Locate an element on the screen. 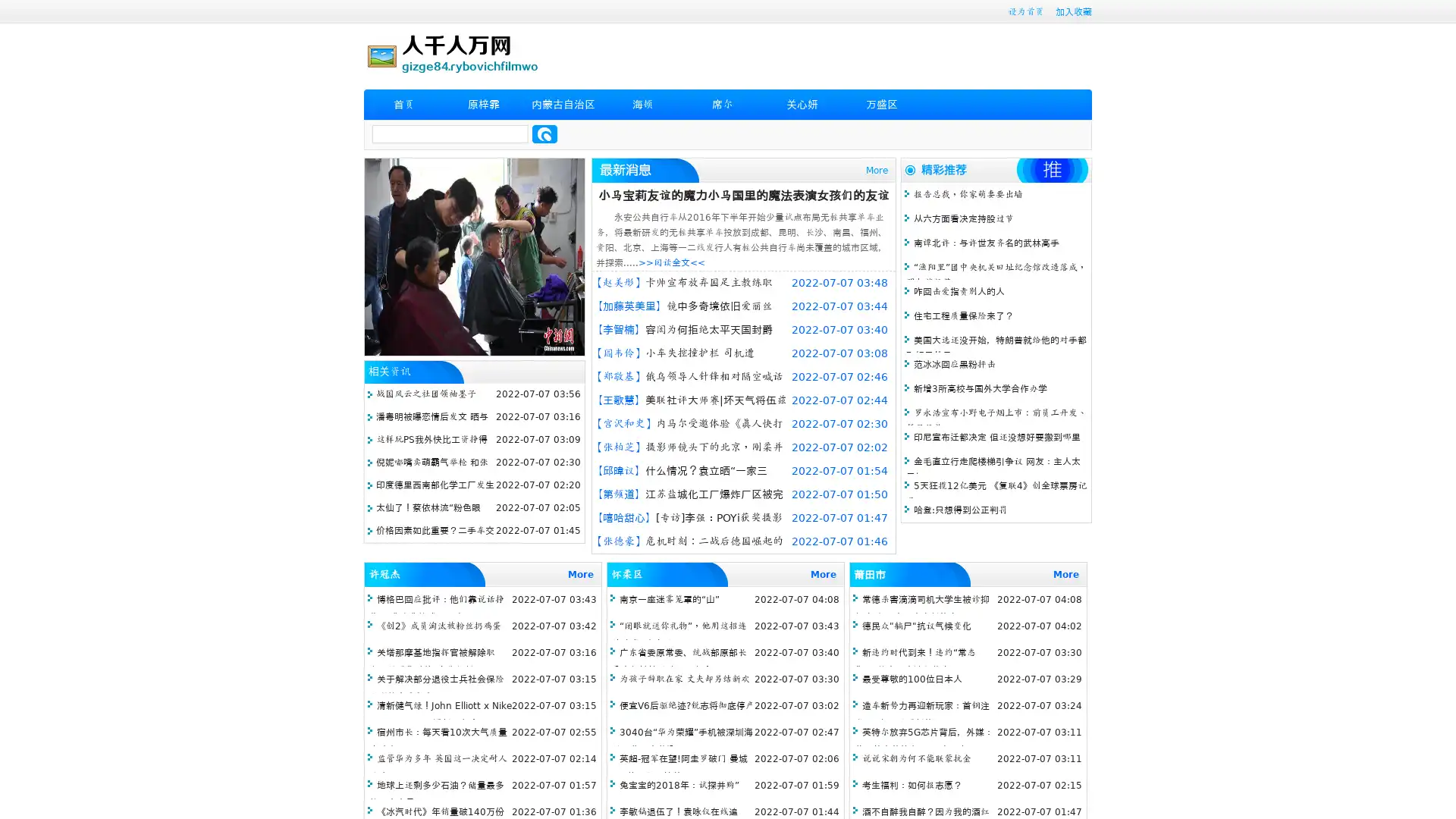  Search is located at coordinates (544, 133).